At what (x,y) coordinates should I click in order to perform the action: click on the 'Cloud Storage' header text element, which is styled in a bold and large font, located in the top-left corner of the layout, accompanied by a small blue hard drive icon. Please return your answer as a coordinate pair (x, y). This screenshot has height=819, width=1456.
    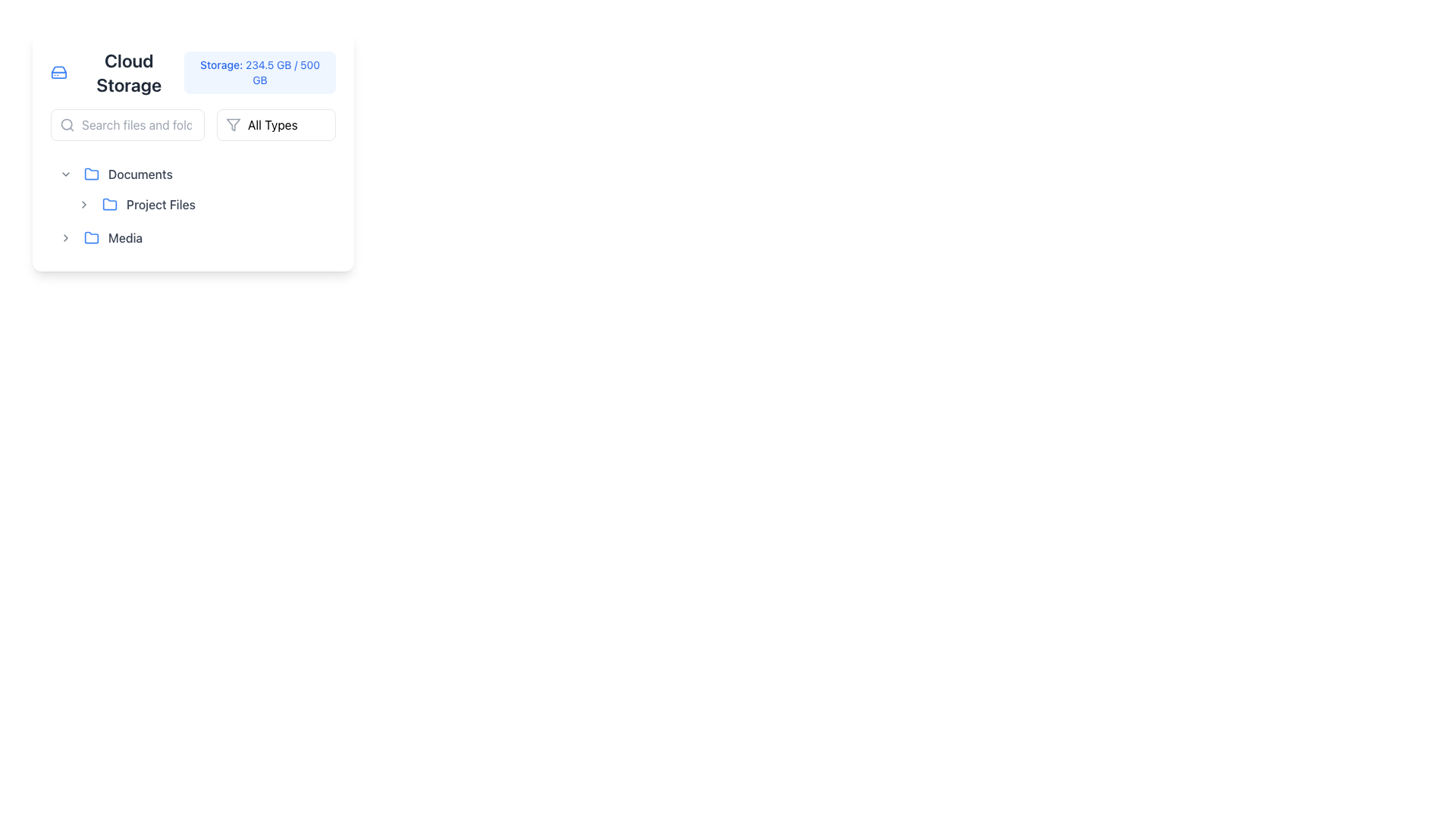
    Looking at the image, I should click on (117, 73).